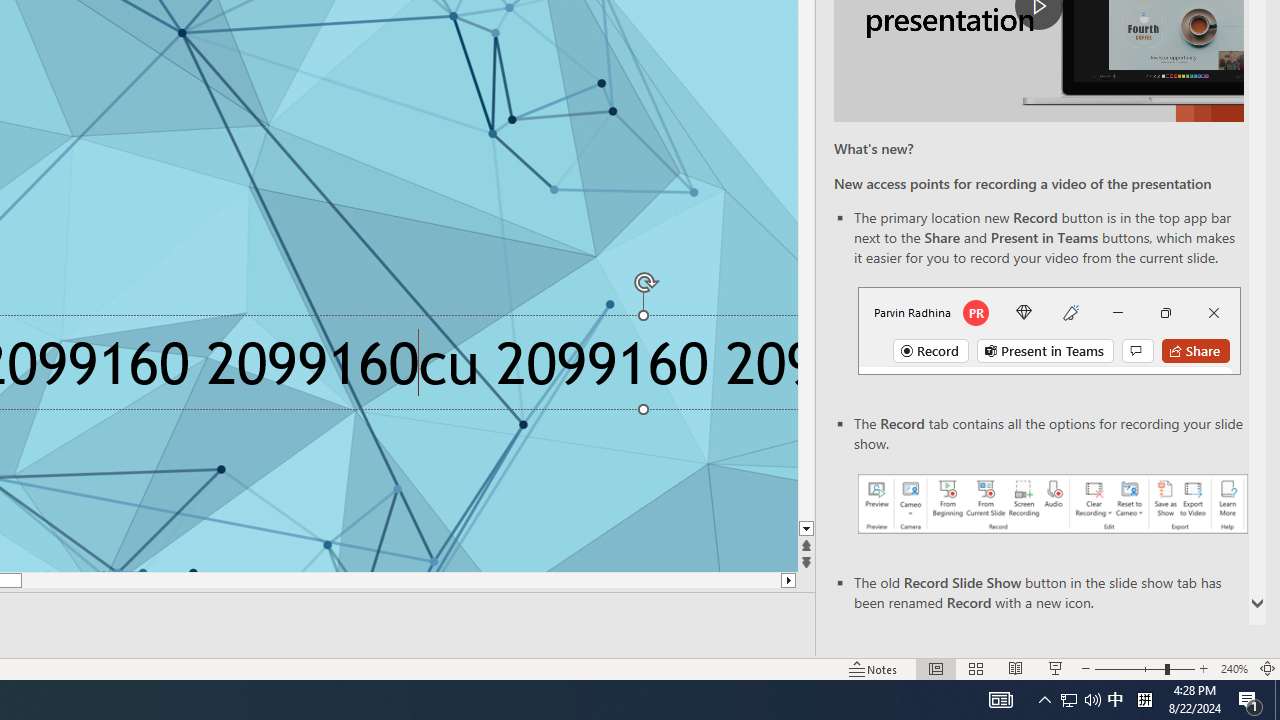  Describe the element at coordinates (1233, 669) in the screenshot. I see `'Zoom 240%'` at that location.